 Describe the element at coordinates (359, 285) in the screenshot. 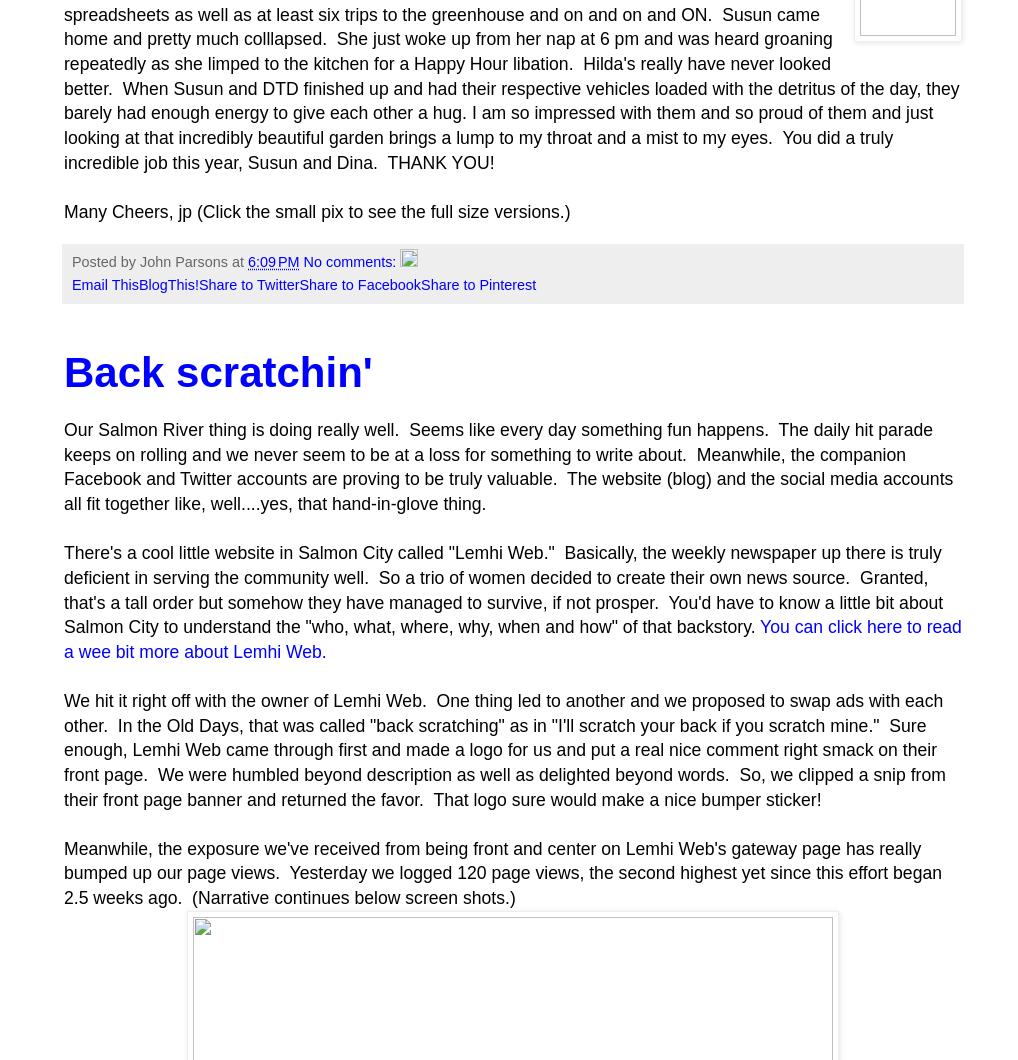

I see `'Share to Facebook'` at that location.